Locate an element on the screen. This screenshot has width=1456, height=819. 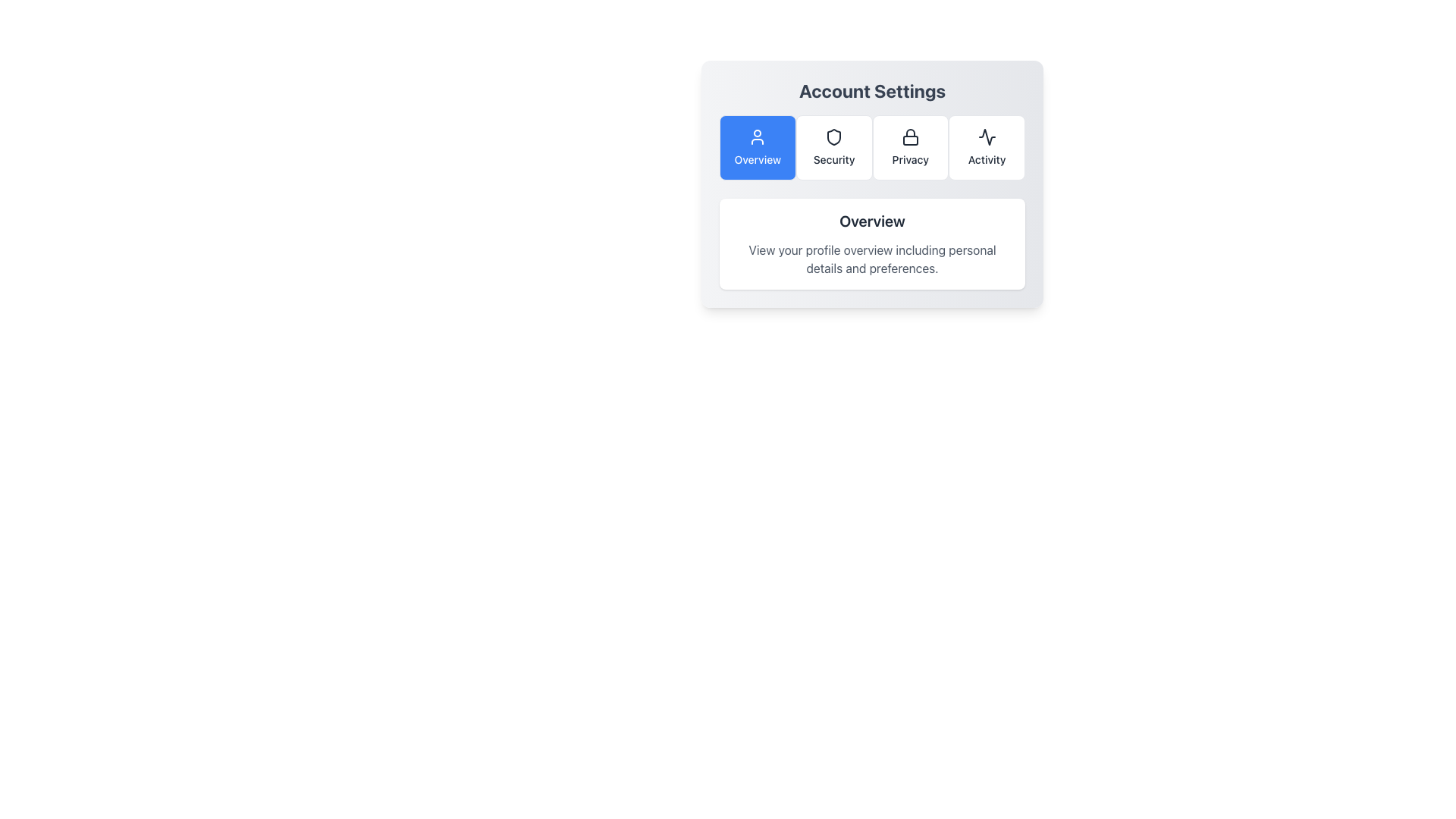
the text label displaying 'Activity' is located at coordinates (987, 160).